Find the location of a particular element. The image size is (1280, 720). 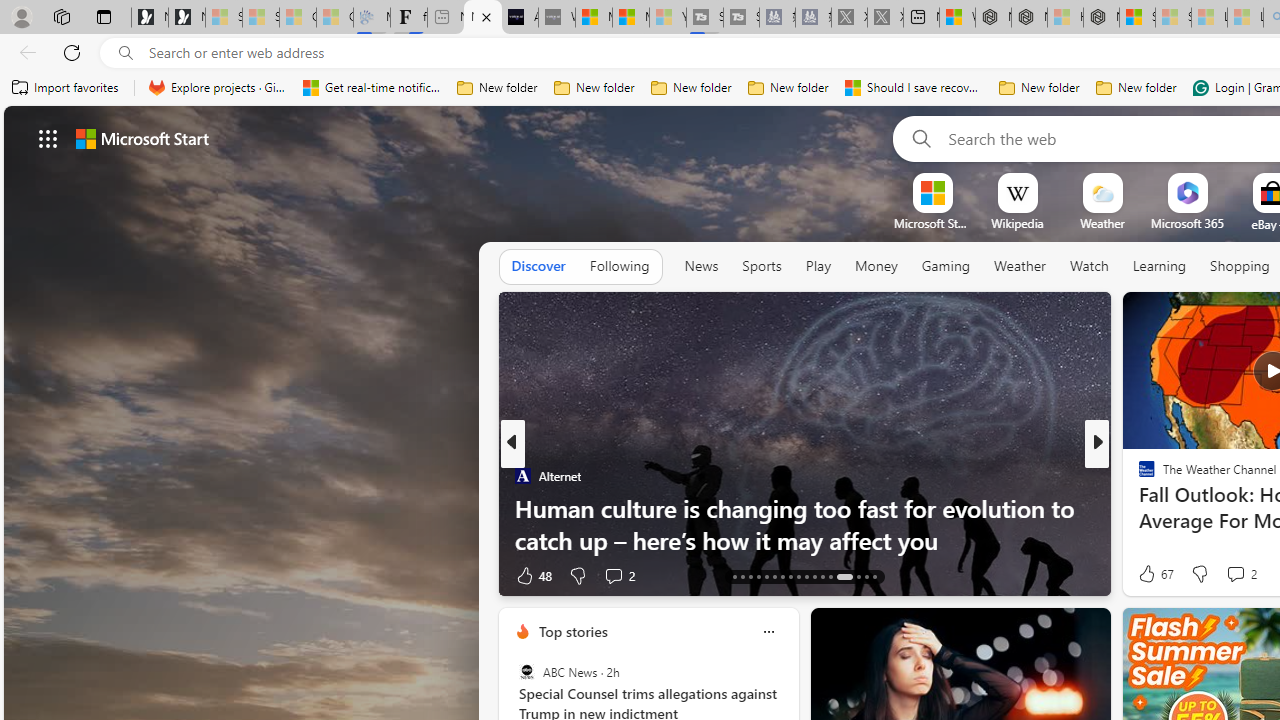

'Learning' is located at coordinates (1159, 266).